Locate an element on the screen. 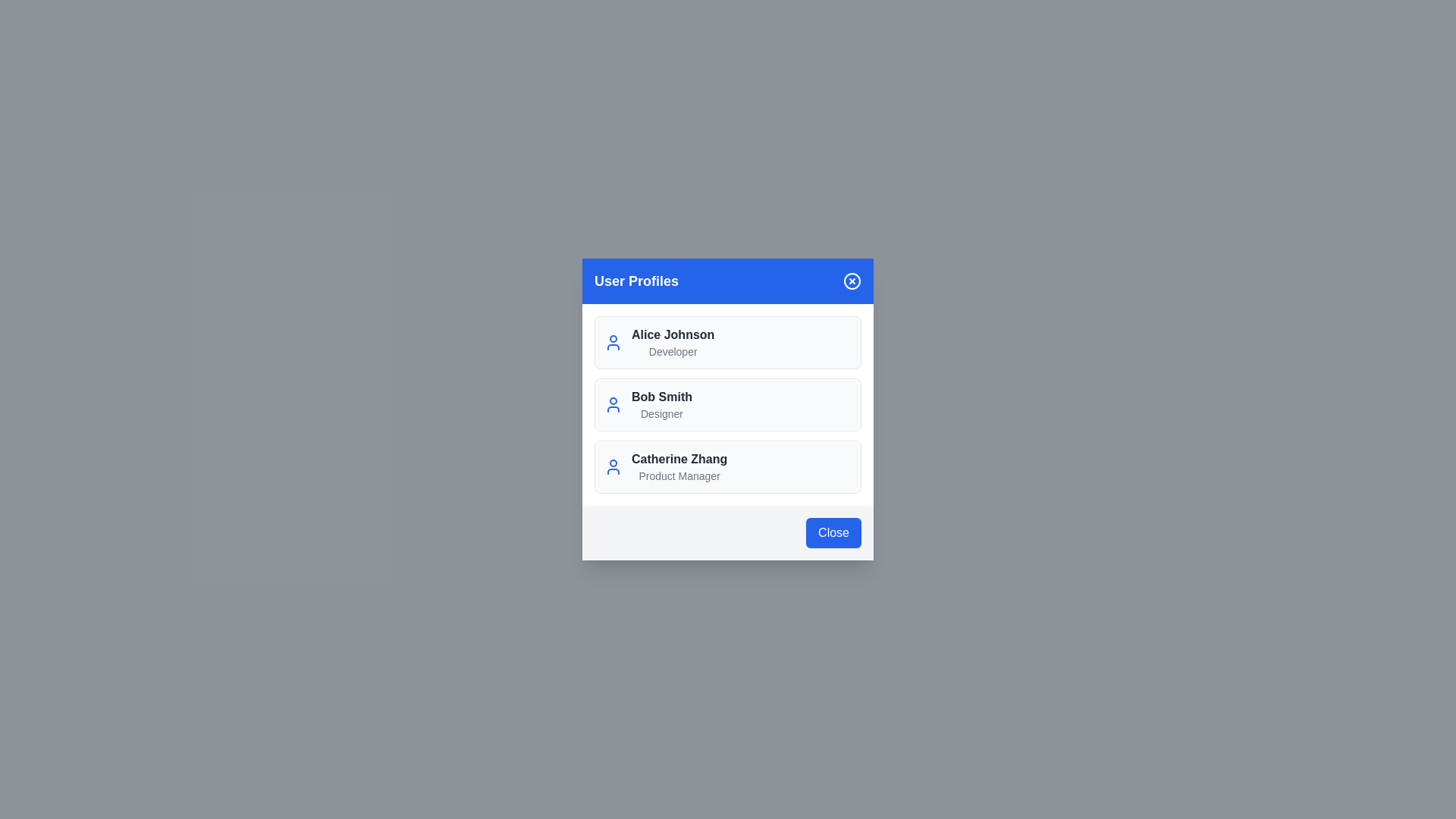  the user profile Alice Johnson from the list is located at coordinates (728, 342).